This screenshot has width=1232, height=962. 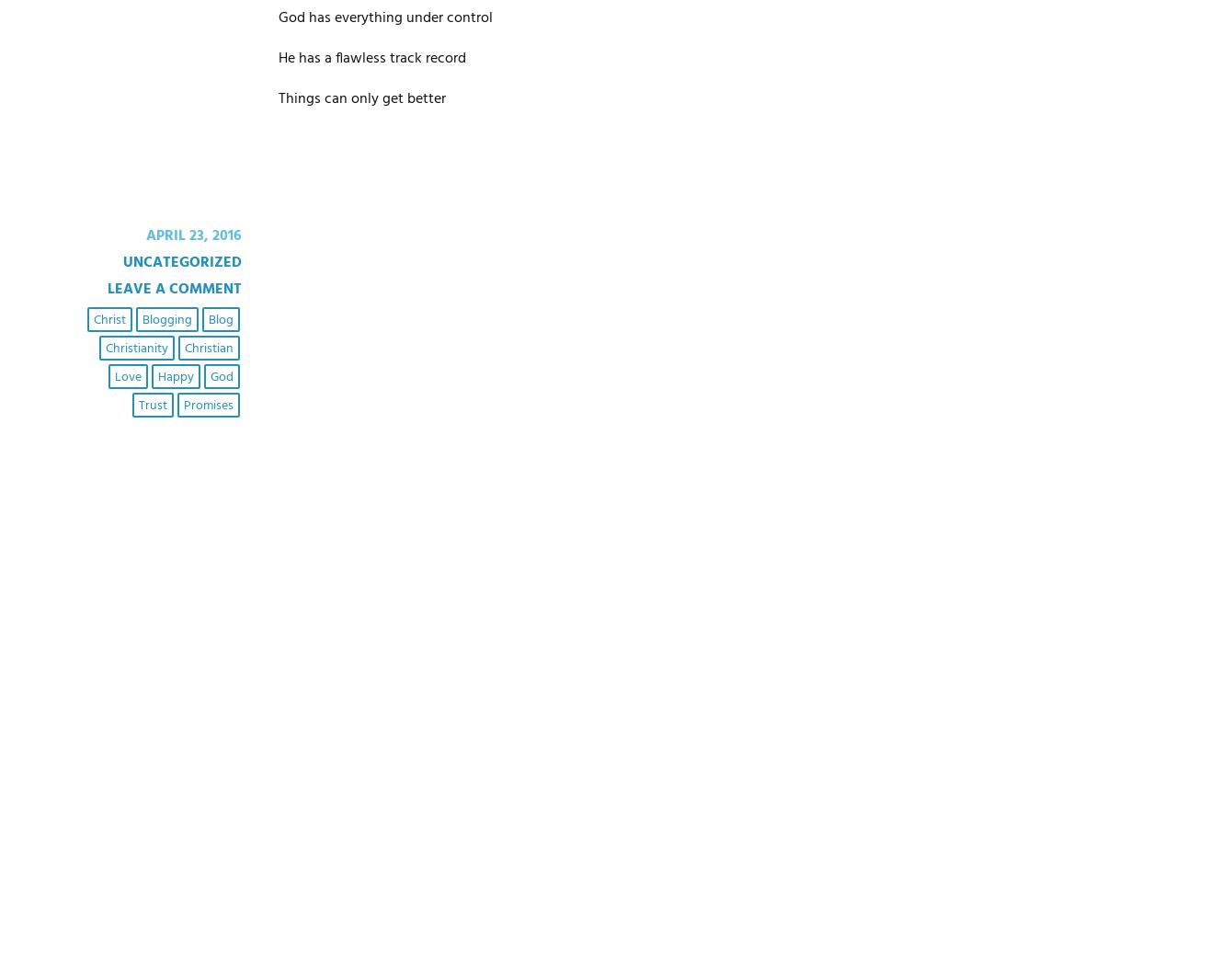 I want to click on 'God', so click(x=208, y=376).